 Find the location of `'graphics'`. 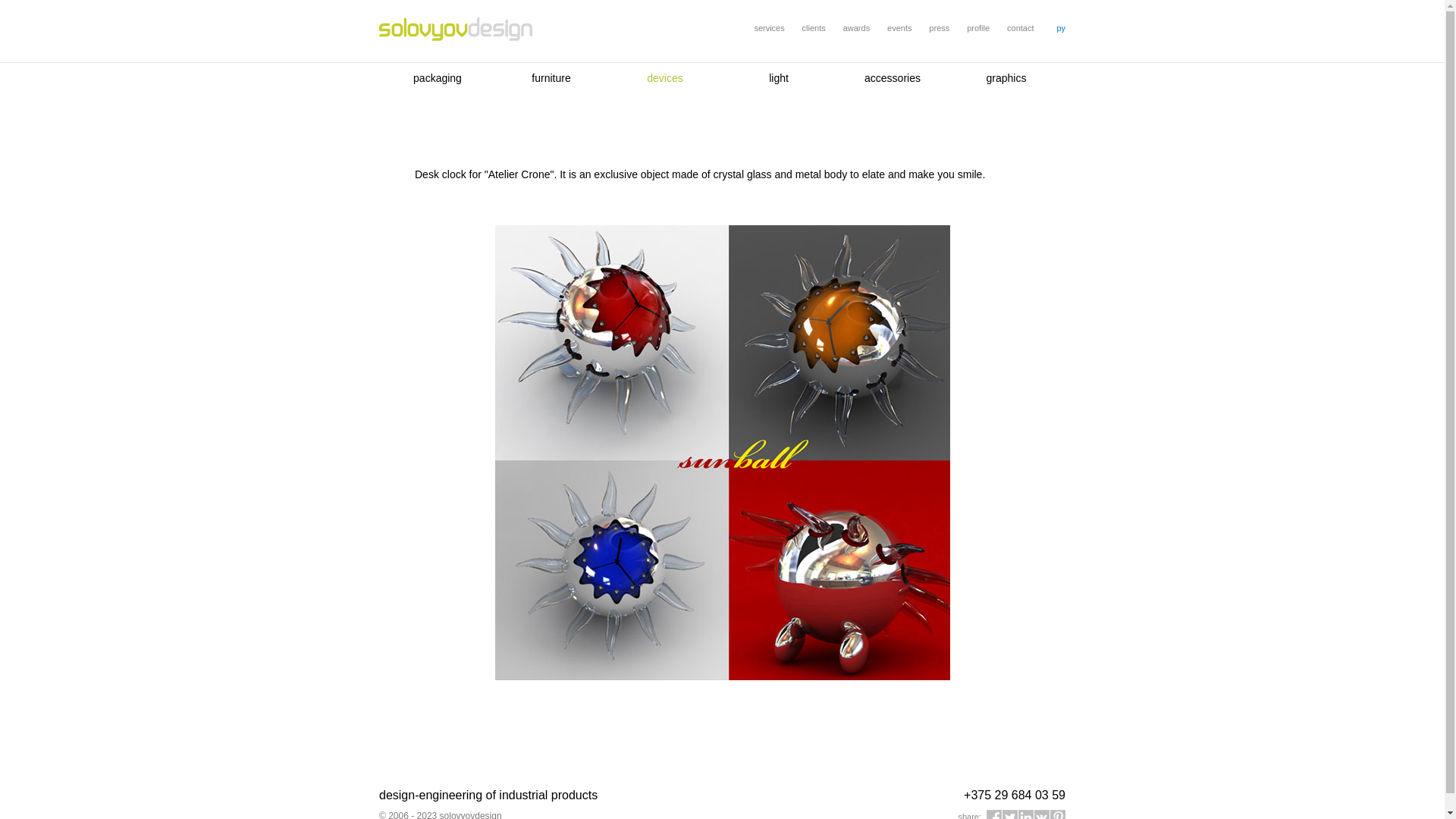

'graphics' is located at coordinates (1006, 78).